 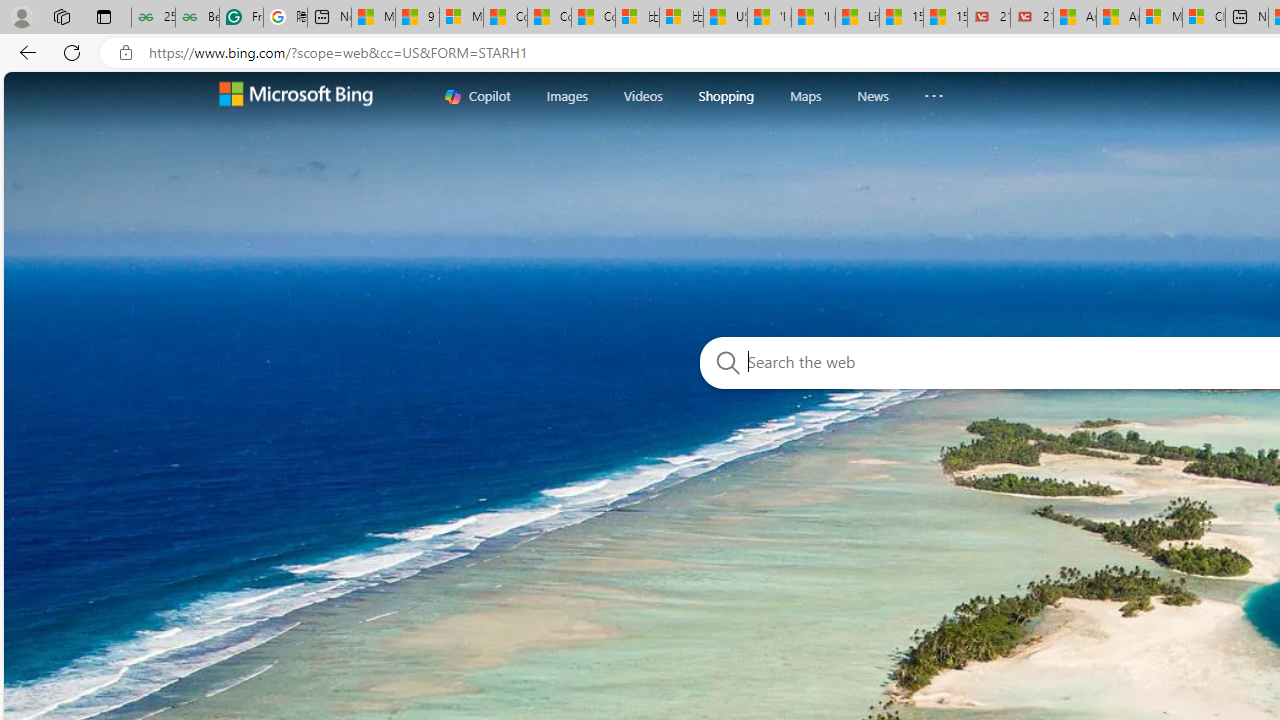 I want to click on 'Videos', so click(x=643, y=95).